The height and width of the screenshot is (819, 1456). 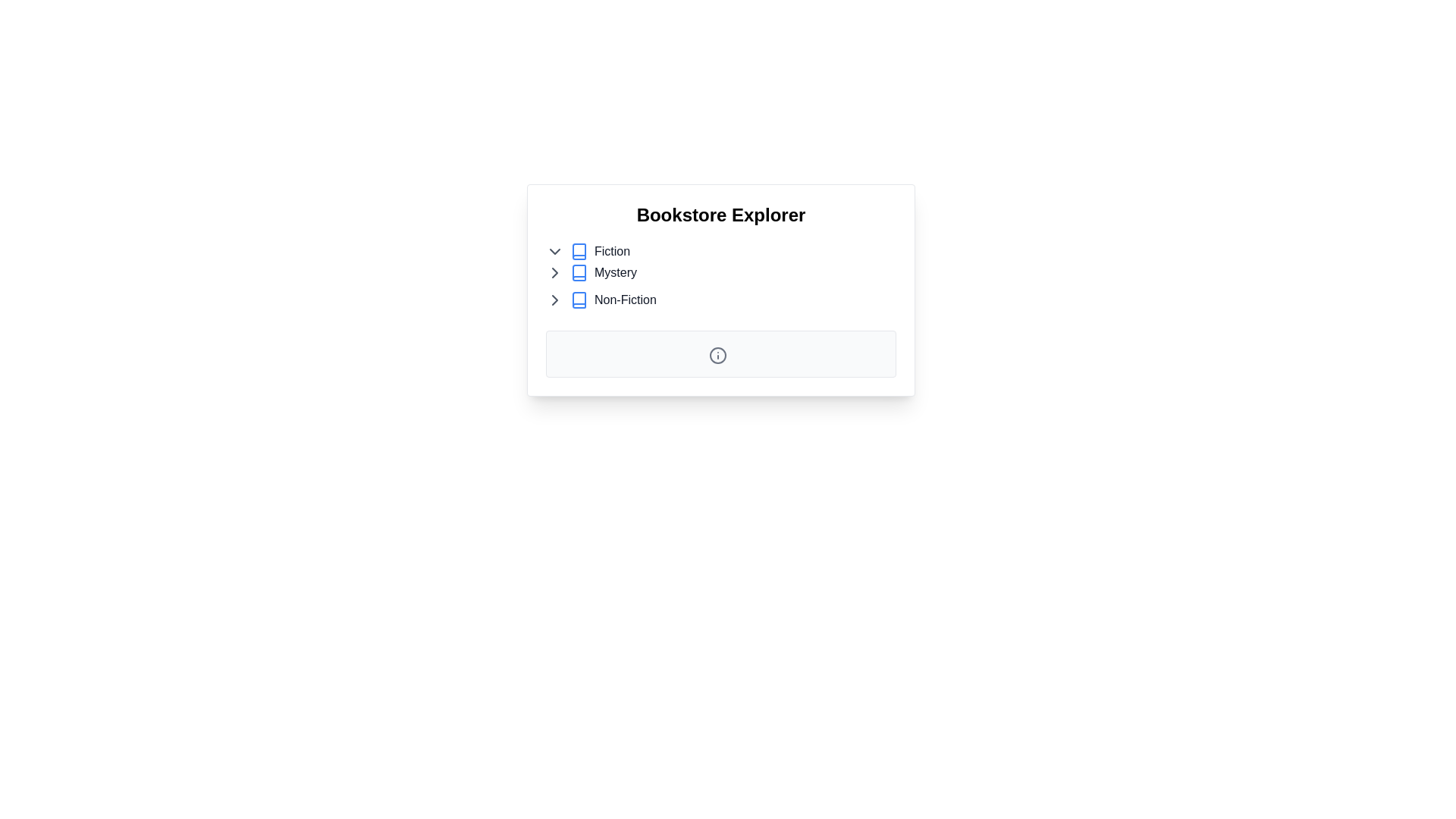 I want to click on the icon representing the 'Fiction' category, which is located in the left-center region of the interface, between a chevron down icon and the text 'Fiction', so click(x=578, y=250).